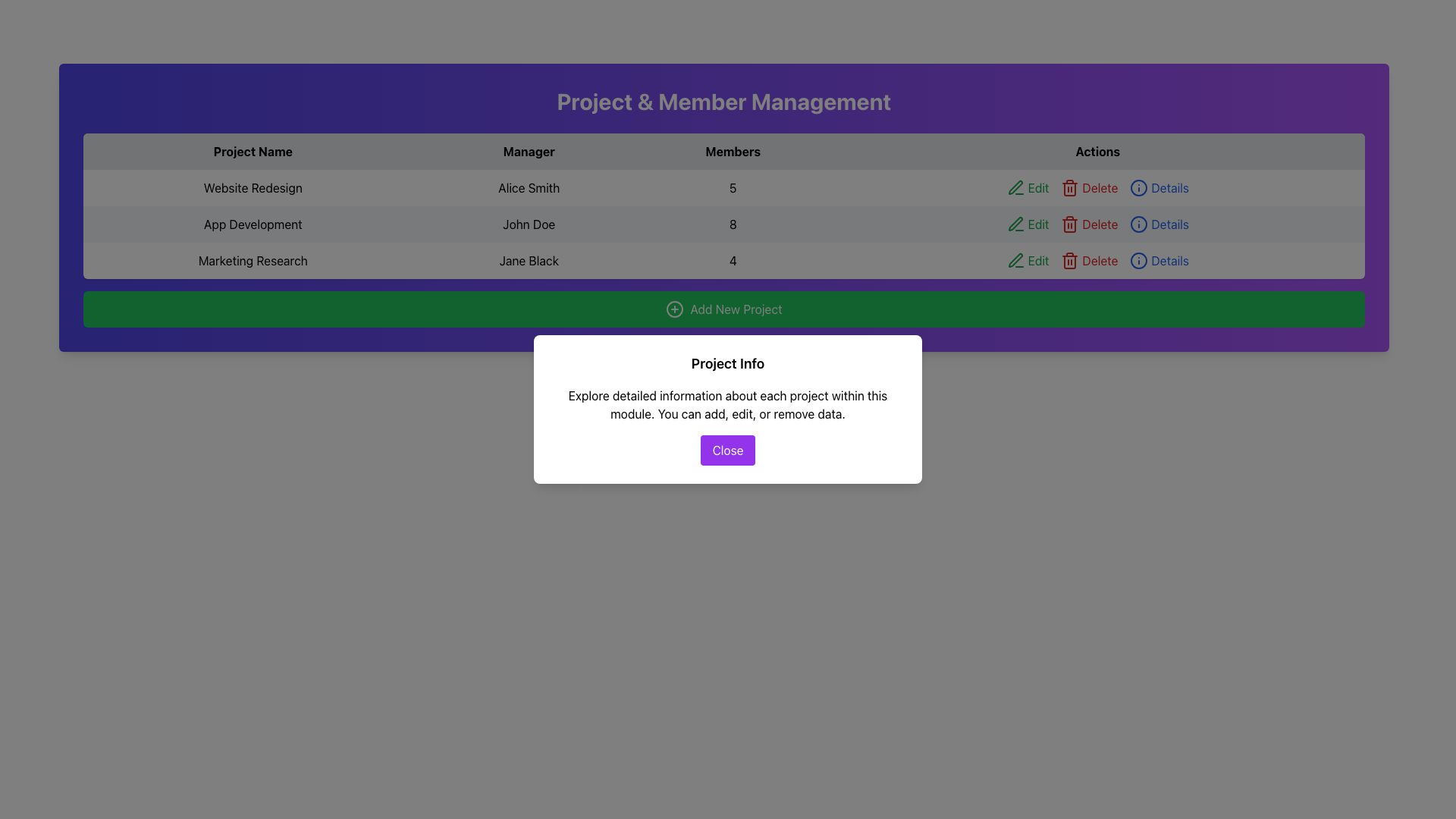  What do you see at coordinates (1088, 259) in the screenshot?
I see `the delete action button located in the horizontal action panel to the right of the user row, specifically the second button after the 'Edit' button and before the 'Details' button, to initiate a delete action` at bounding box center [1088, 259].